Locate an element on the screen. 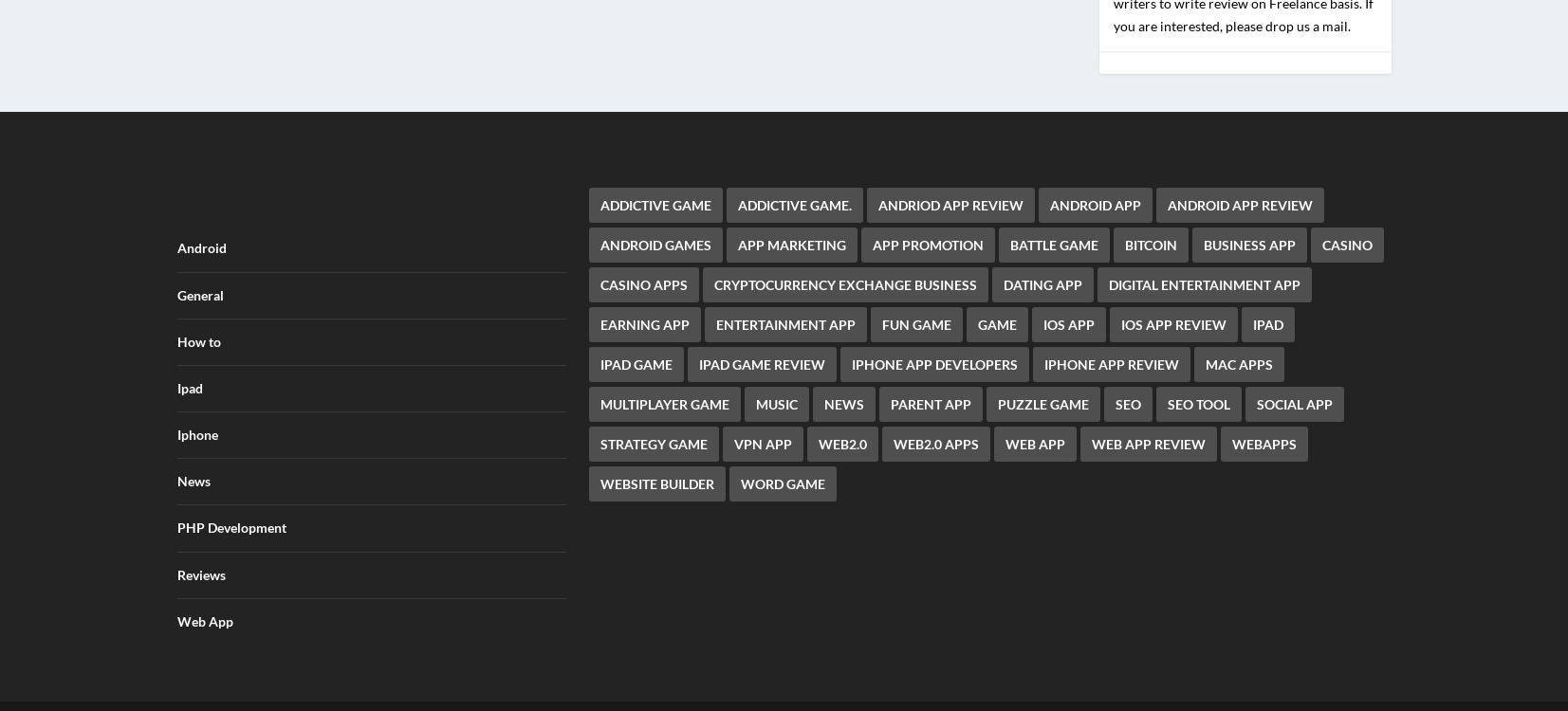 The image size is (1568, 711). 'web app review' is located at coordinates (1148, 430).